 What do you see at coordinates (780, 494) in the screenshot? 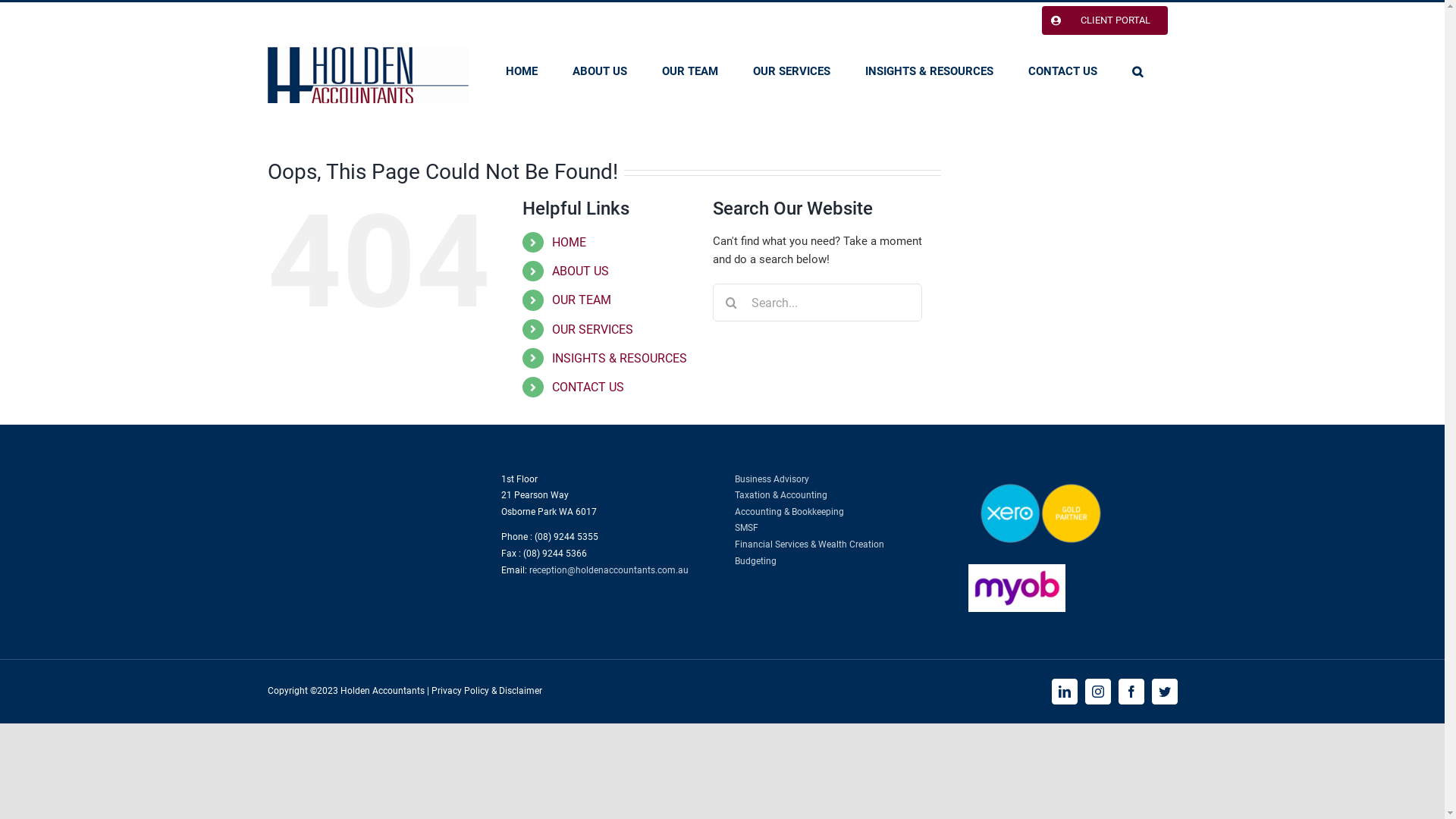
I see `'Taxation & Accounting'` at bounding box center [780, 494].